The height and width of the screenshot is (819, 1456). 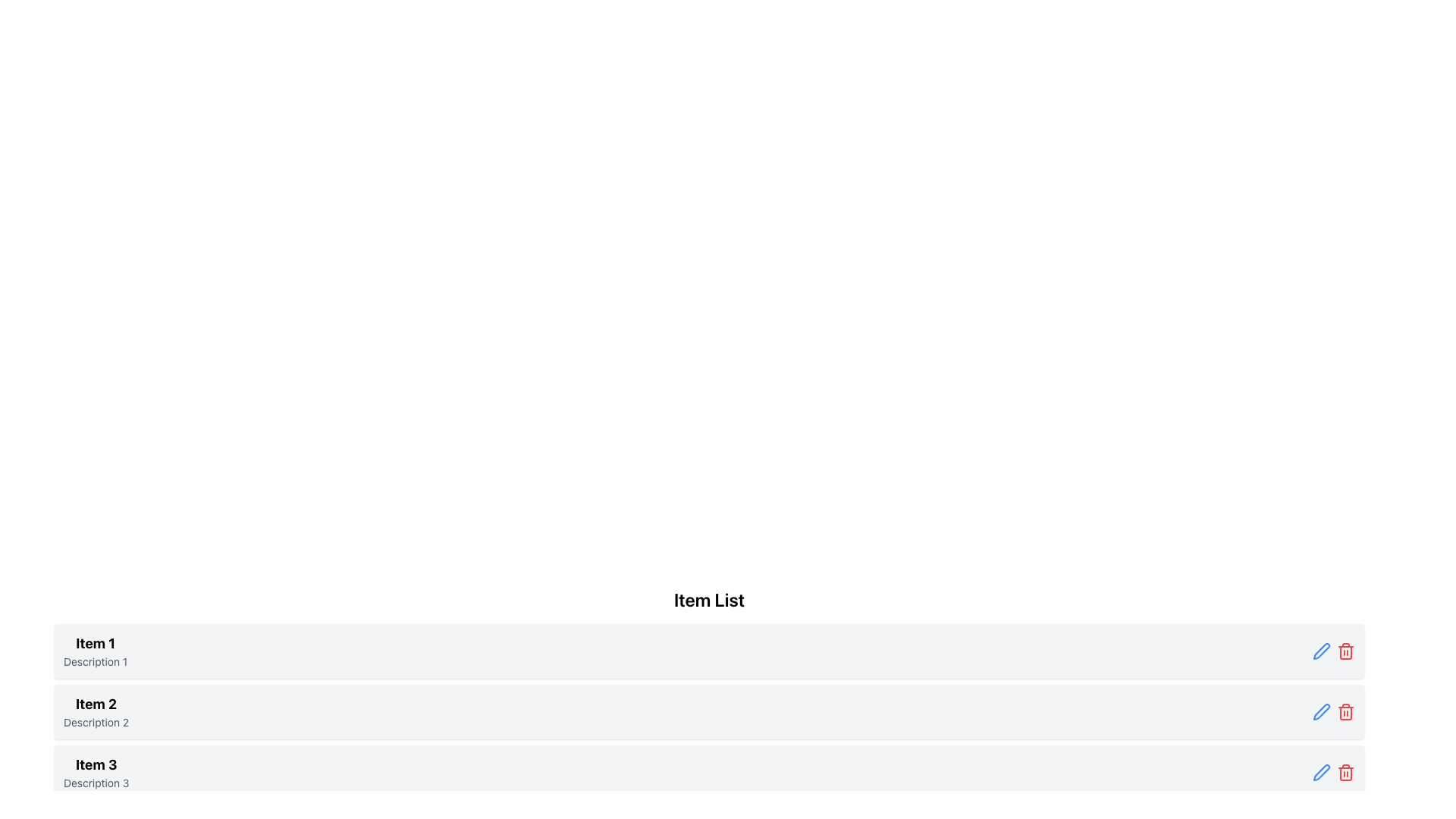 I want to click on the vibrant blue pen icon located inside the third list item to initiate editing, so click(x=1320, y=711).